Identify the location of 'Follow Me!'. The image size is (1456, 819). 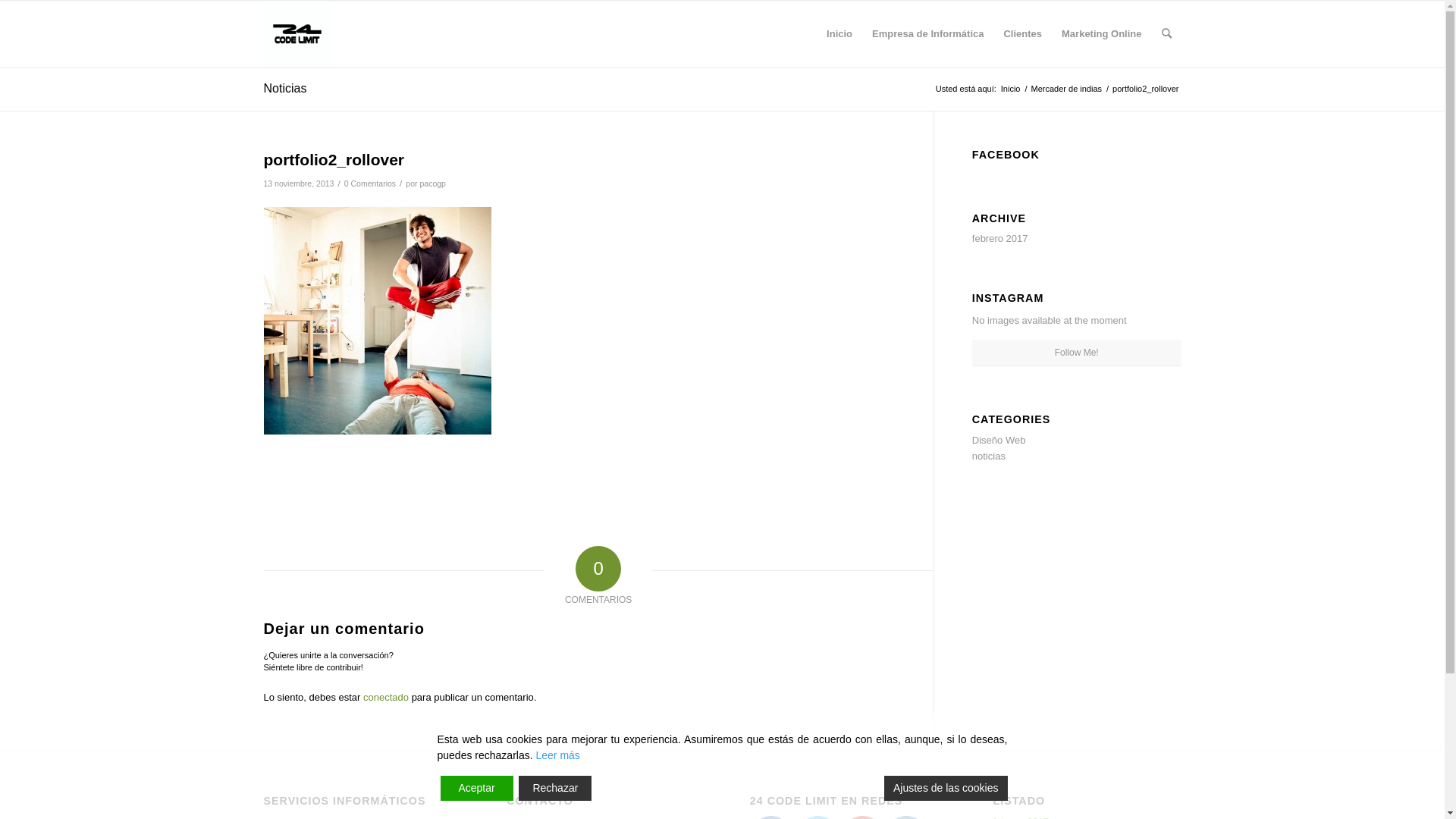
(971, 353).